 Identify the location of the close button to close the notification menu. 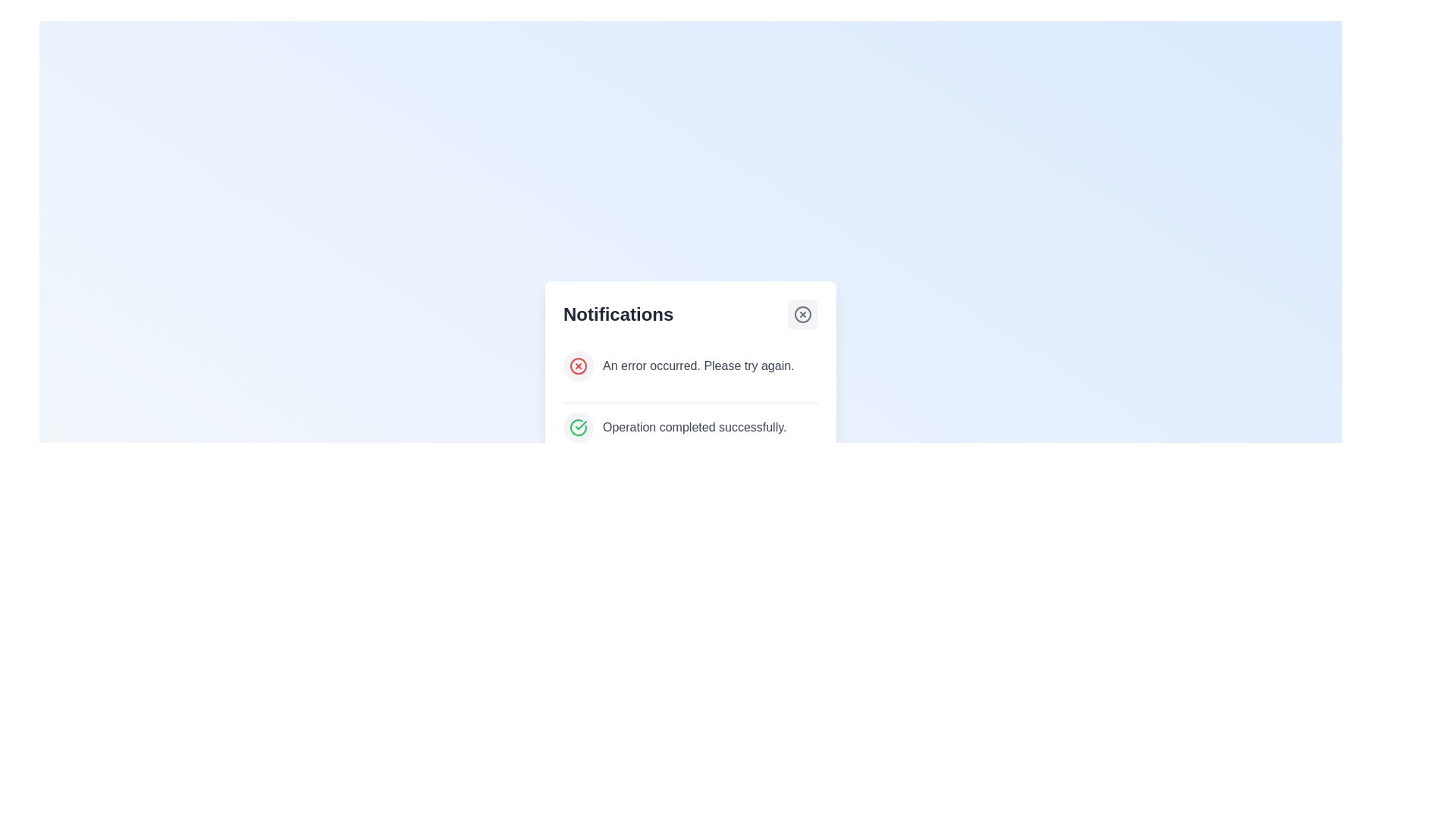
(802, 314).